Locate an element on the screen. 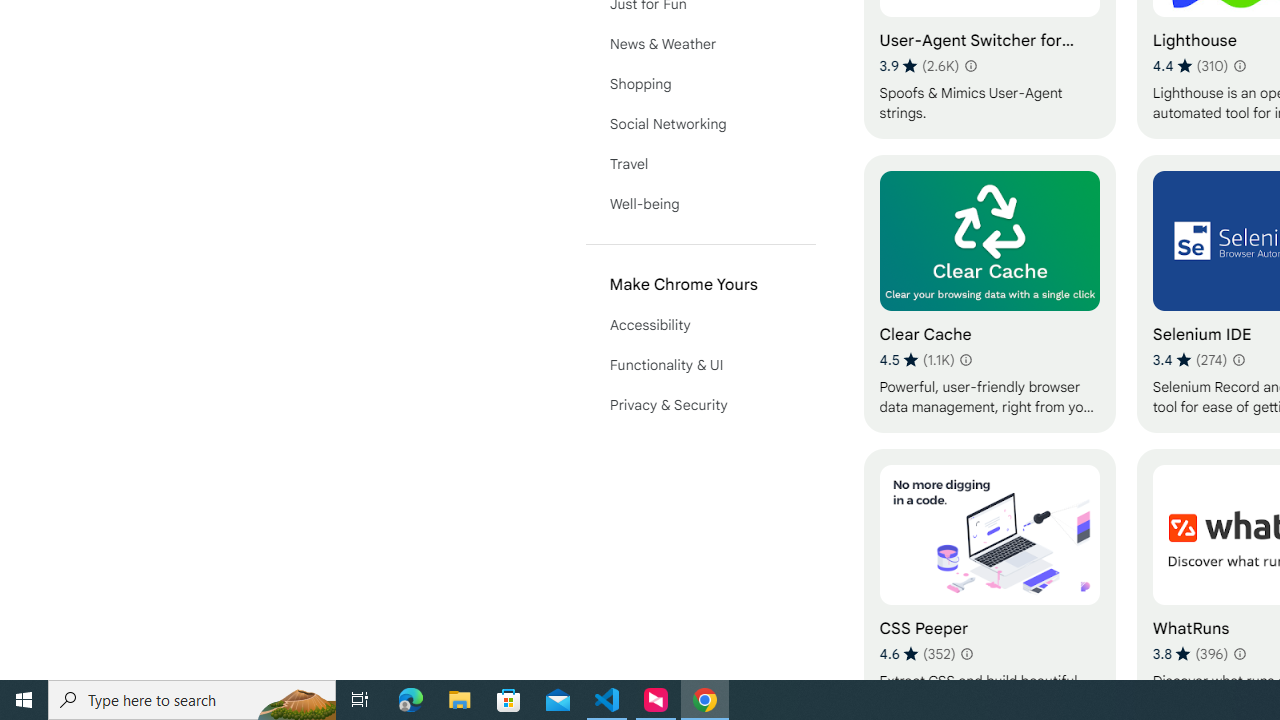 This screenshot has height=720, width=1280. 'Average rating 4.4 out of 5 stars. 310 ratings.' is located at coordinates (1190, 65).